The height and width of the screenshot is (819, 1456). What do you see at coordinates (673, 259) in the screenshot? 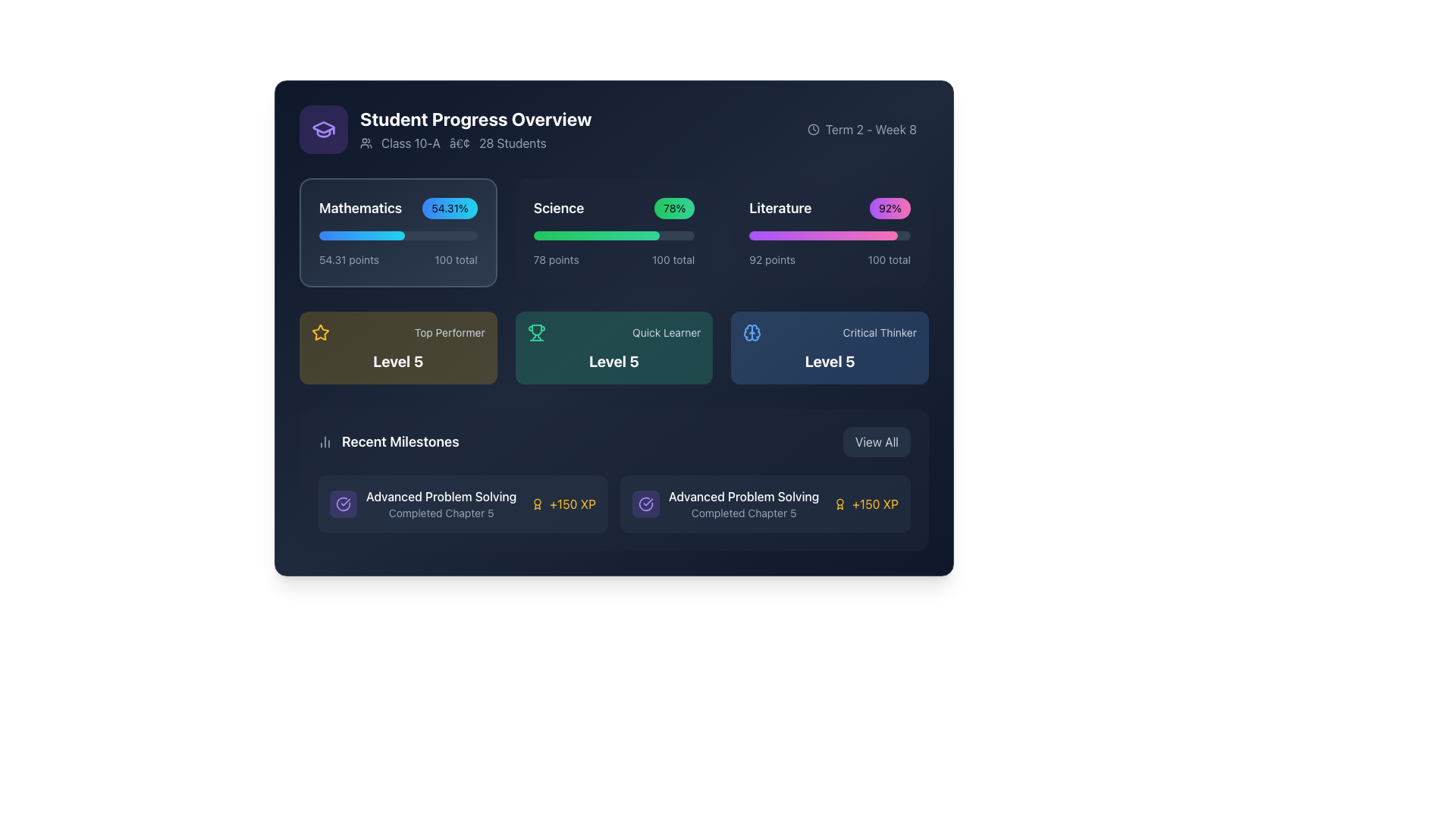
I see `the static label displaying '100 total' in gray font, located next to '78 points' within the 'Science' box` at bounding box center [673, 259].